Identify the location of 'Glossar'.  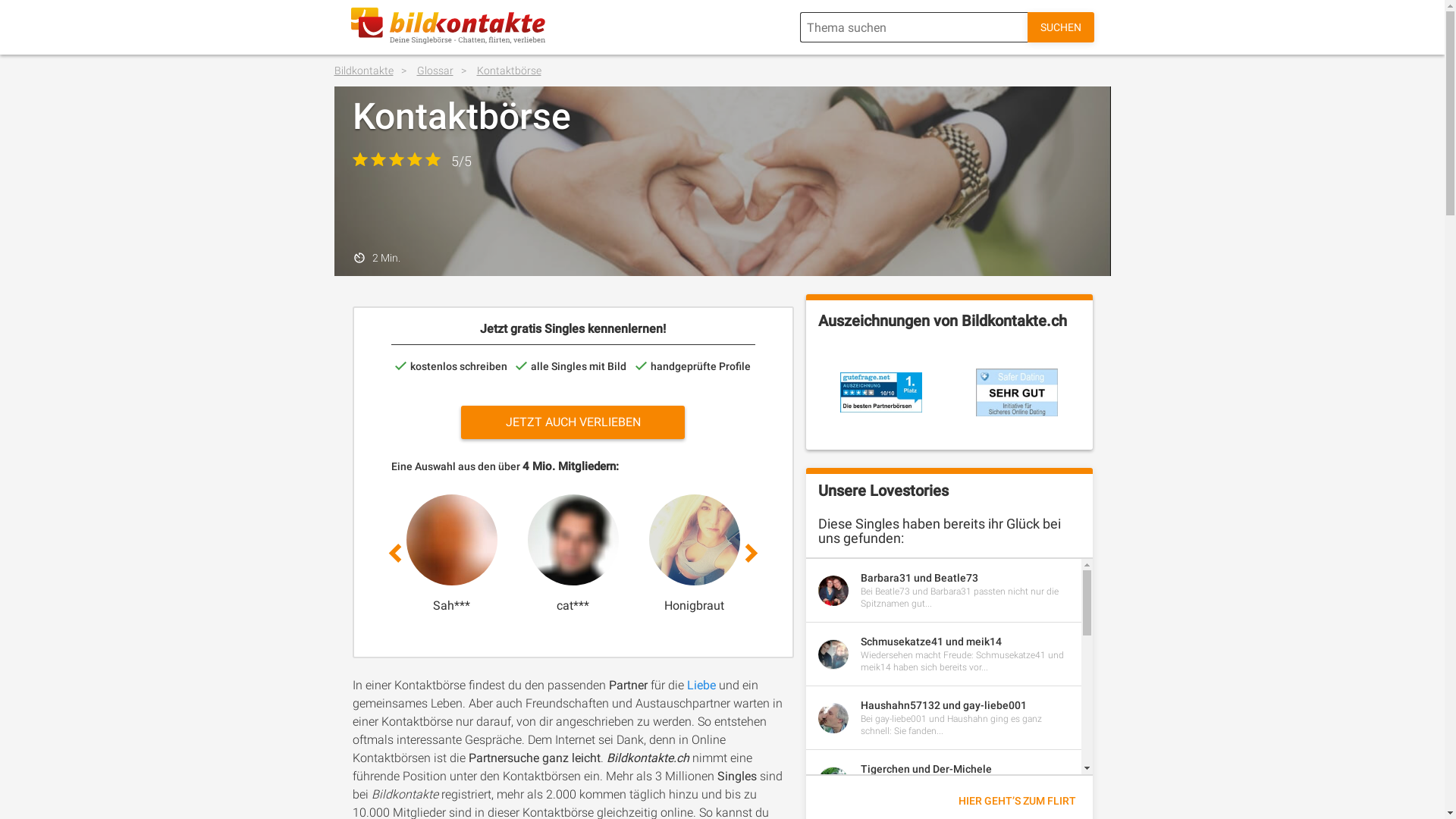
(445, 70).